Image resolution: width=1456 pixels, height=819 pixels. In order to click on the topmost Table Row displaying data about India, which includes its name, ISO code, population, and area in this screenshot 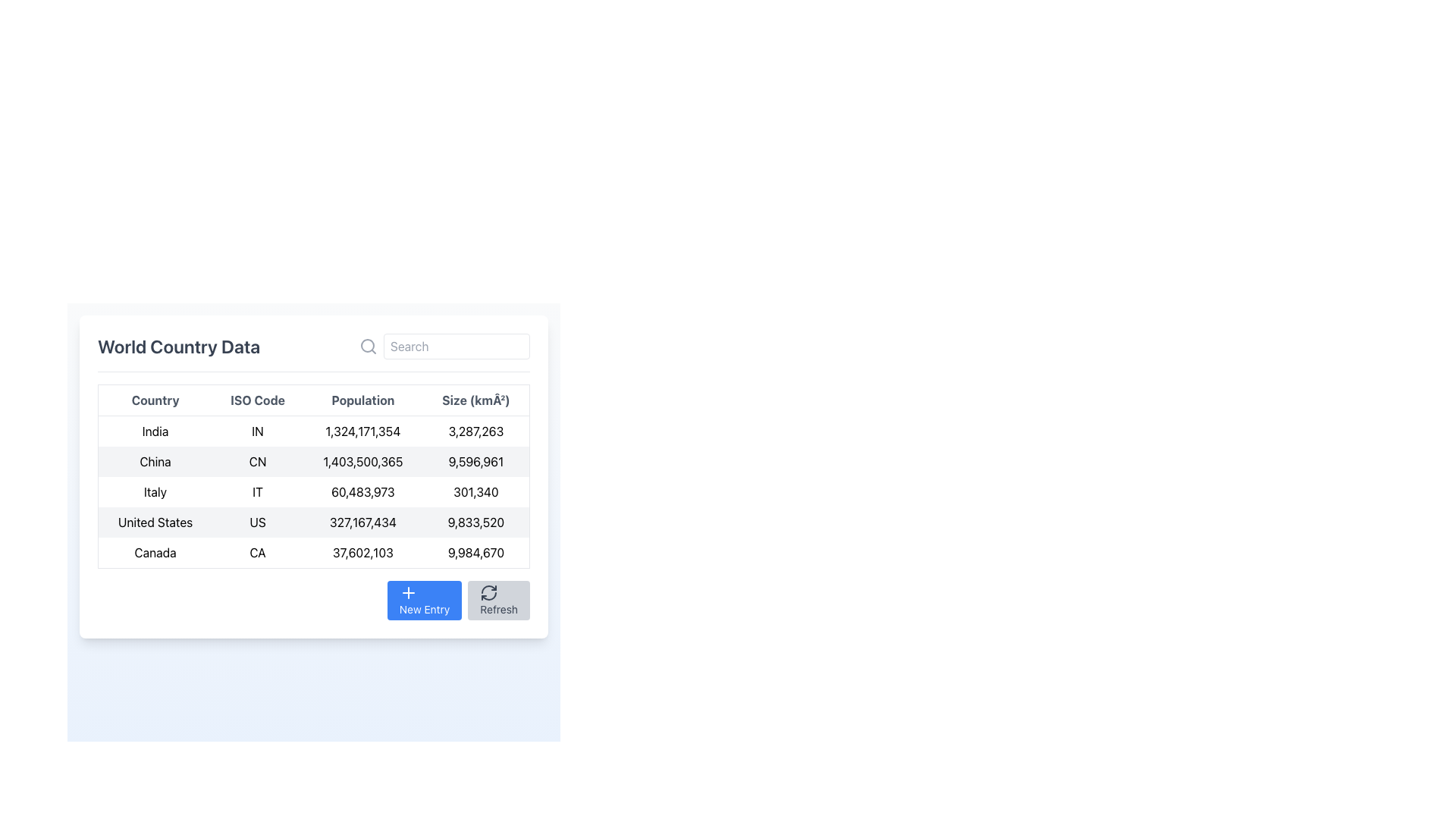, I will do `click(312, 430)`.